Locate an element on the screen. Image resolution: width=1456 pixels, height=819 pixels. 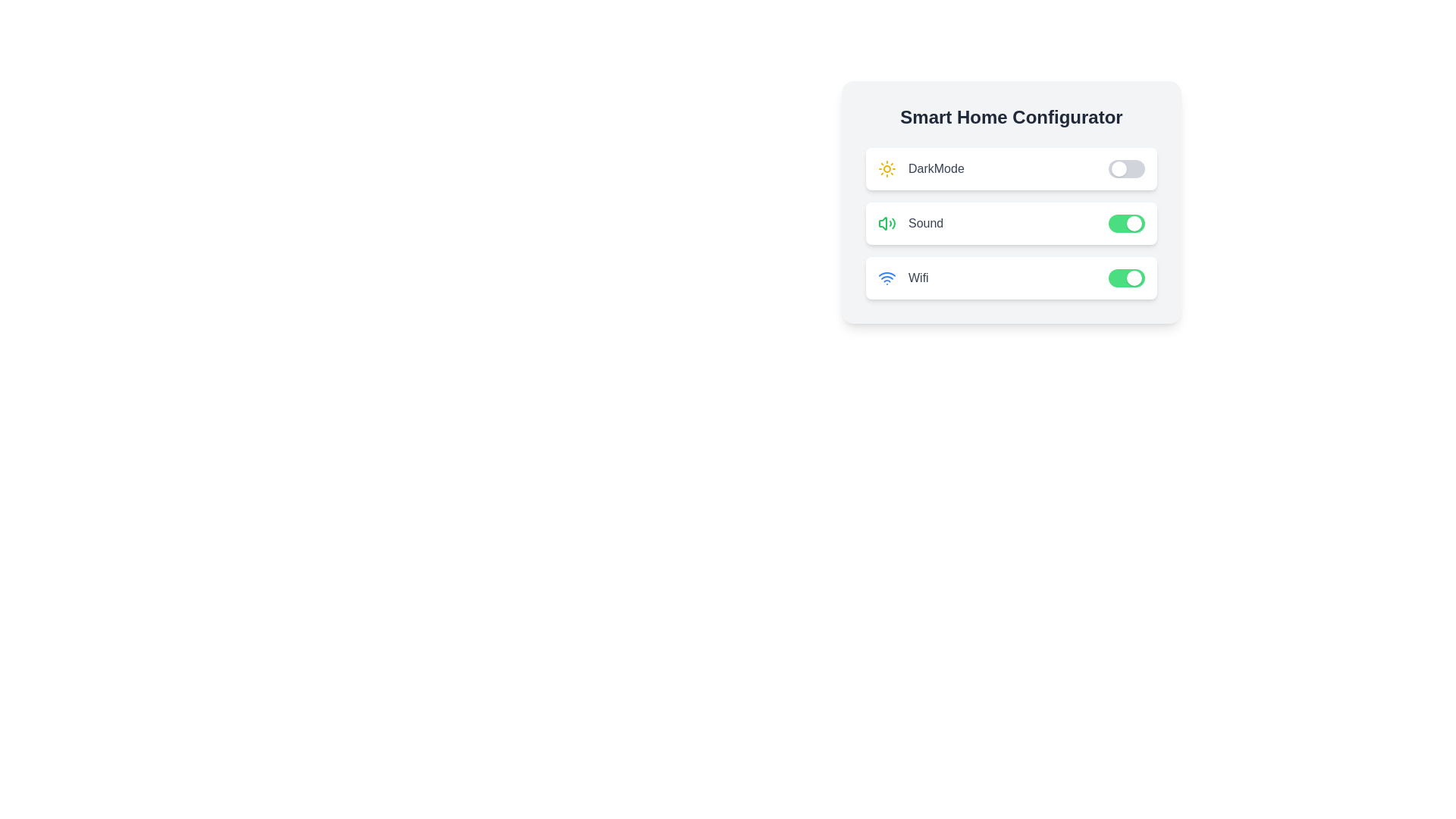
the 'darkMode' label with icon in the Smart Home Configurator card, located on the left top row next to the toggle switch is located at coordinates (920, 169).